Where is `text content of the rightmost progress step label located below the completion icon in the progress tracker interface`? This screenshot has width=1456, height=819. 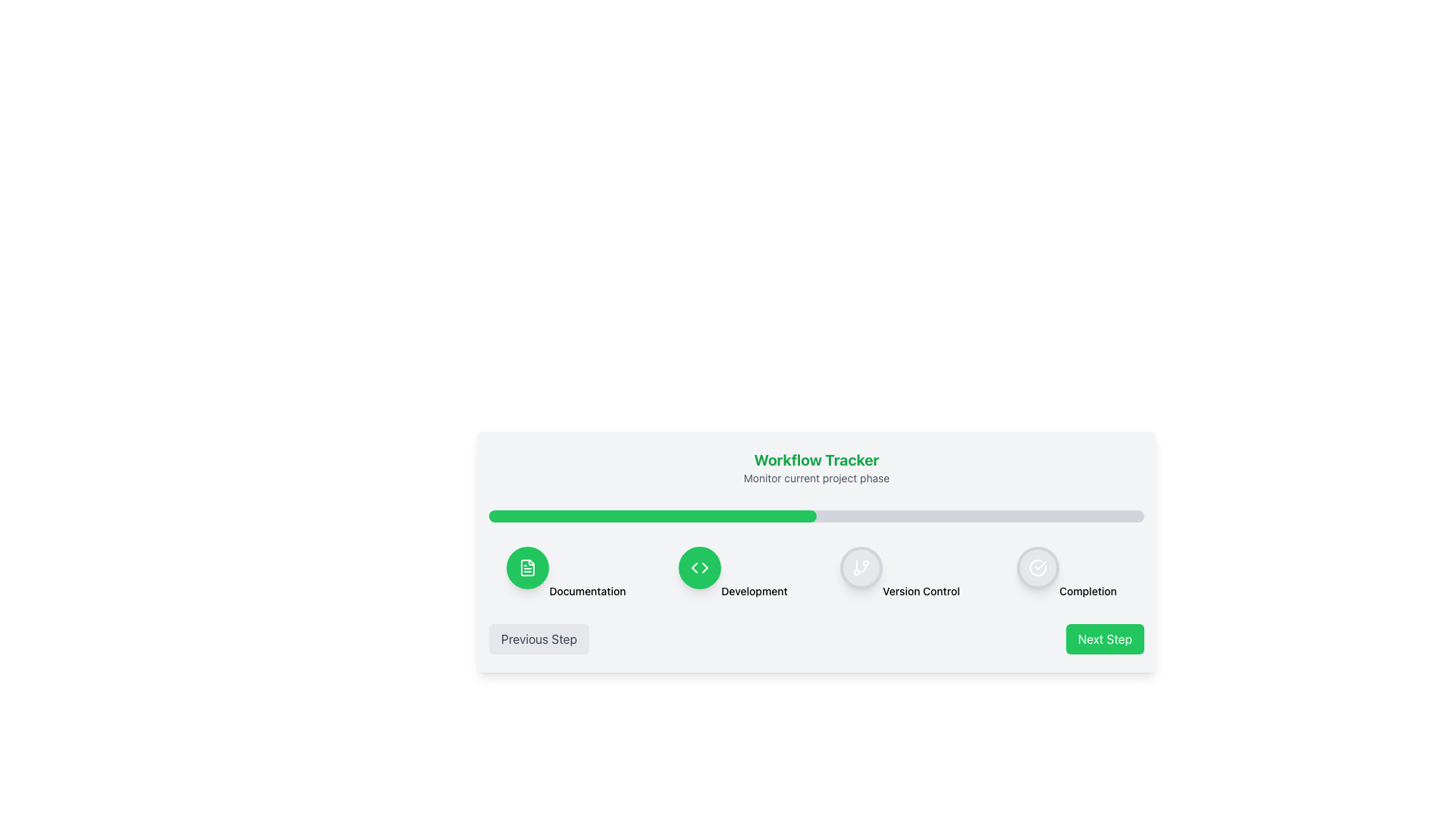 text content of the rightmost progress step label located below the completion icon in the progress tracker interface is located at coordinates (1087, 590).